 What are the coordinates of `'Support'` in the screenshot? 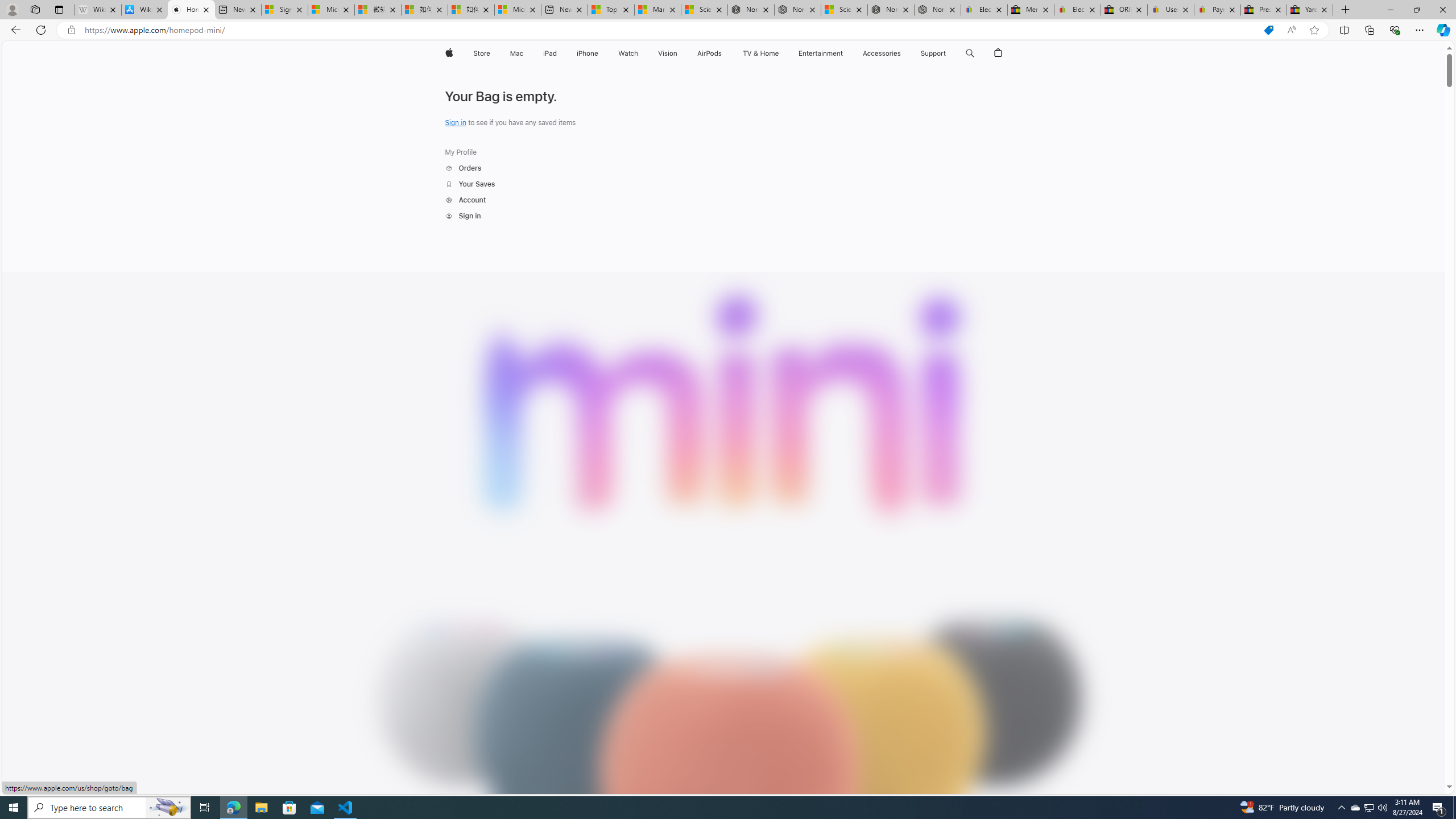 It's located at (932, 53).